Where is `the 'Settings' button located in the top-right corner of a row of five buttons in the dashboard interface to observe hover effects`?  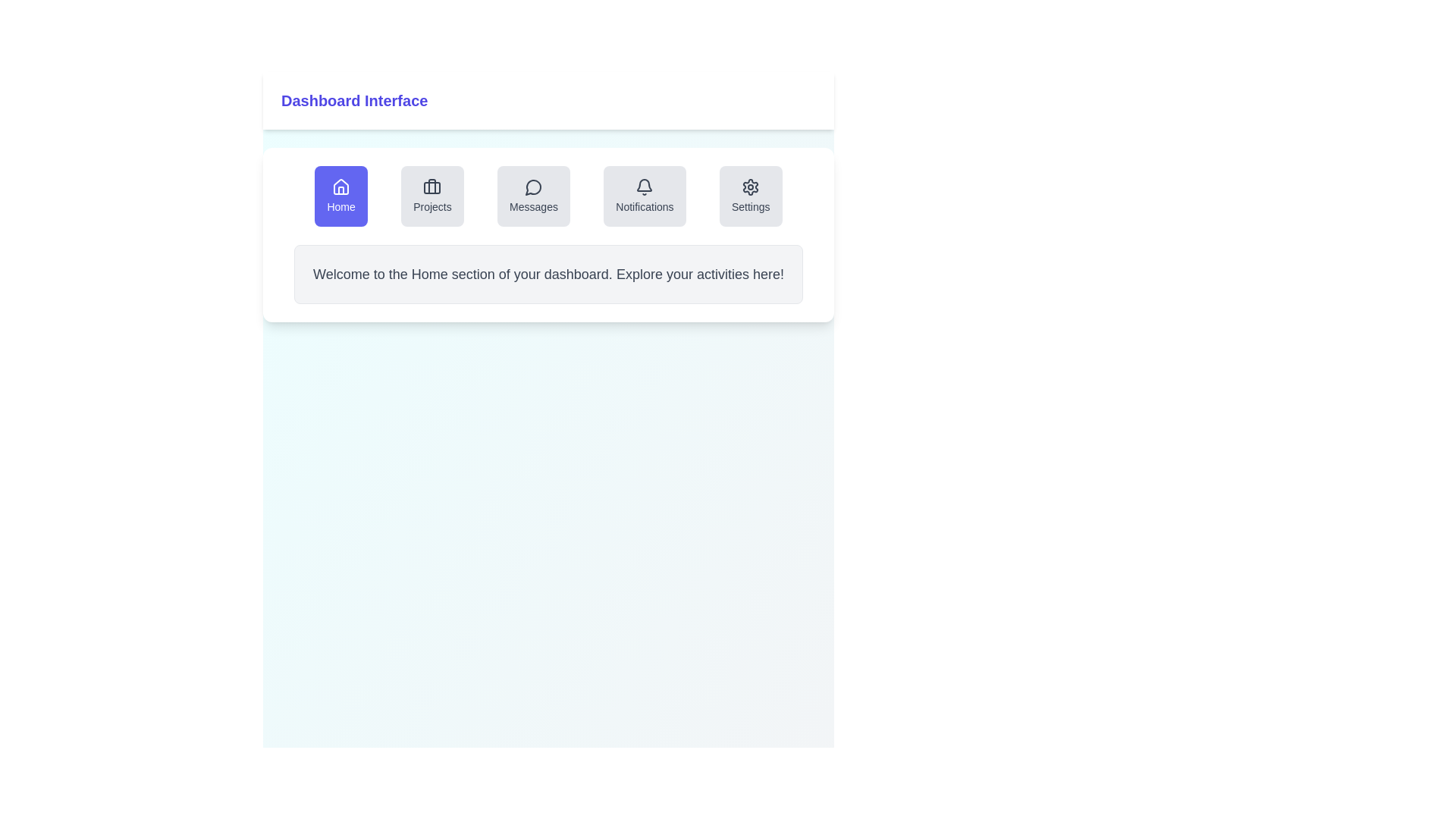 the 'Settings' button located in the top-right corner of a row of five buttons in the dashboard interface to observe hover effects is located at coordinates (751, 195).